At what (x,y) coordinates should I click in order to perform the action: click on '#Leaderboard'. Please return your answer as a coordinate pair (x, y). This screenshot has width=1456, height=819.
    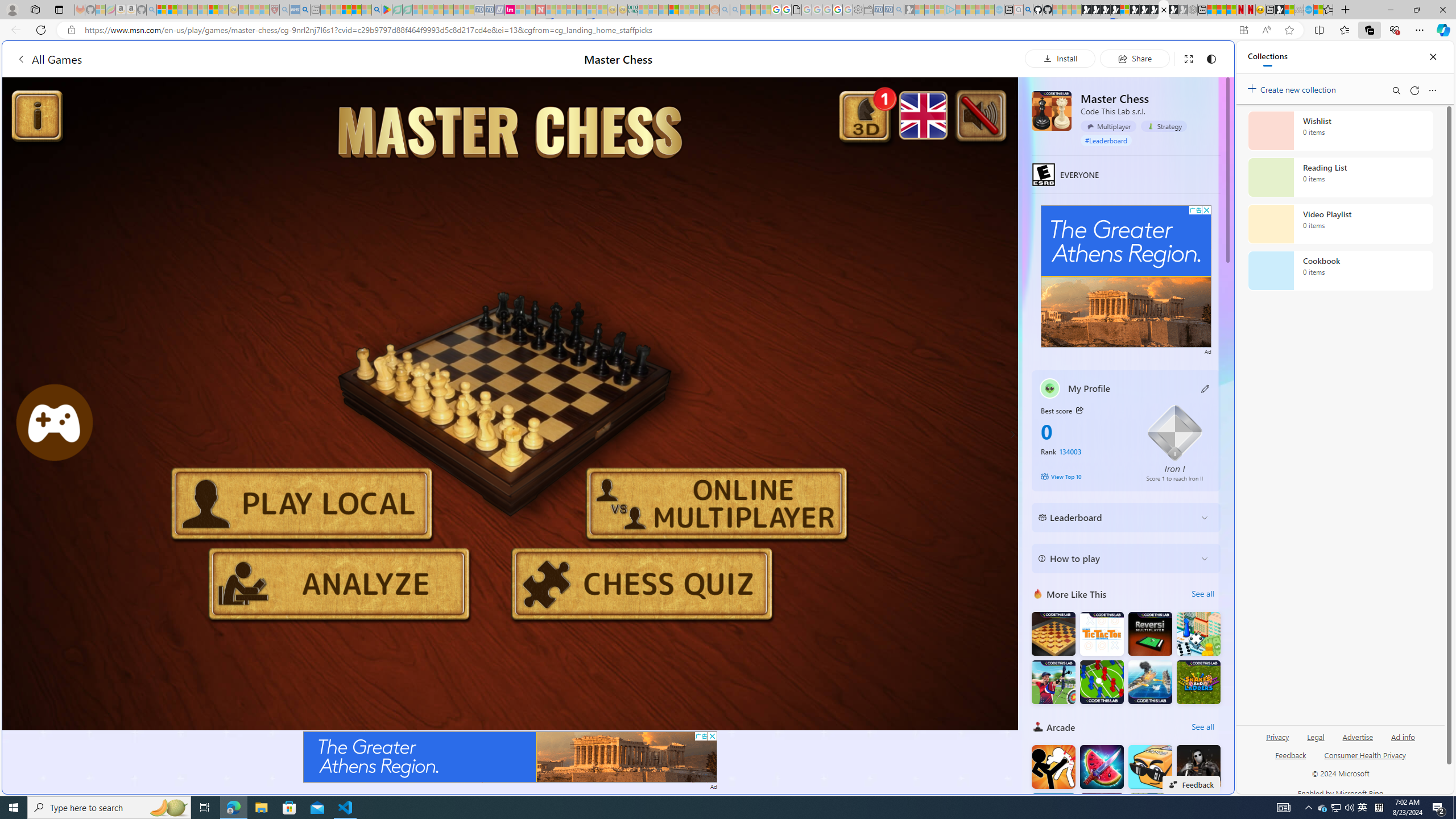
    Looking at the image, I should click on (1106, 139).